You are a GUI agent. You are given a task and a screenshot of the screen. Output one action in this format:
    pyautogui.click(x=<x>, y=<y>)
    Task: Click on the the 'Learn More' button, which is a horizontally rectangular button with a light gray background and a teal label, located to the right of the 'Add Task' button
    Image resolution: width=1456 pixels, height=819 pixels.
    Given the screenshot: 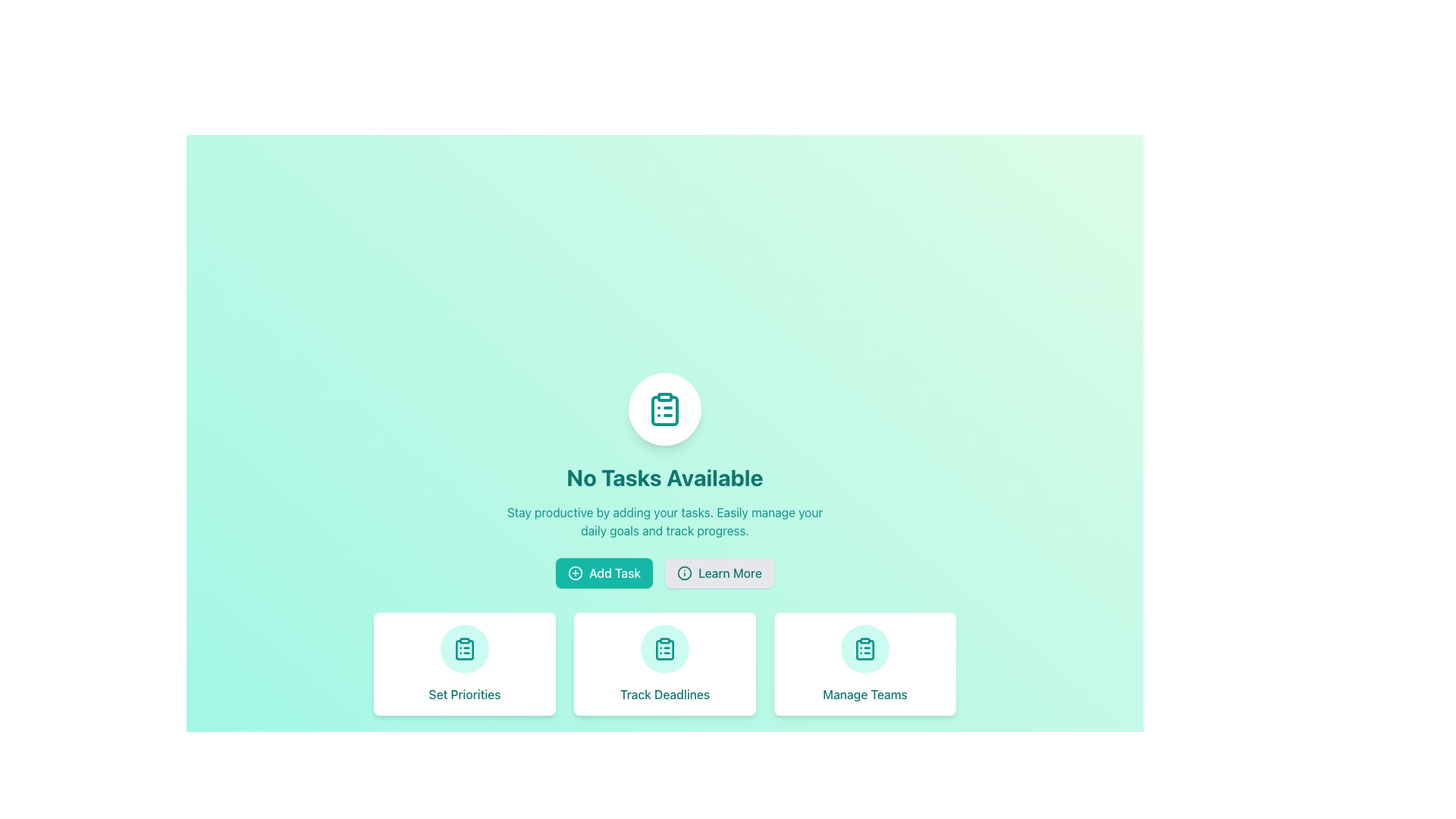 What is the action you would take?
    pyautogui.click(x=718, y=573)
    